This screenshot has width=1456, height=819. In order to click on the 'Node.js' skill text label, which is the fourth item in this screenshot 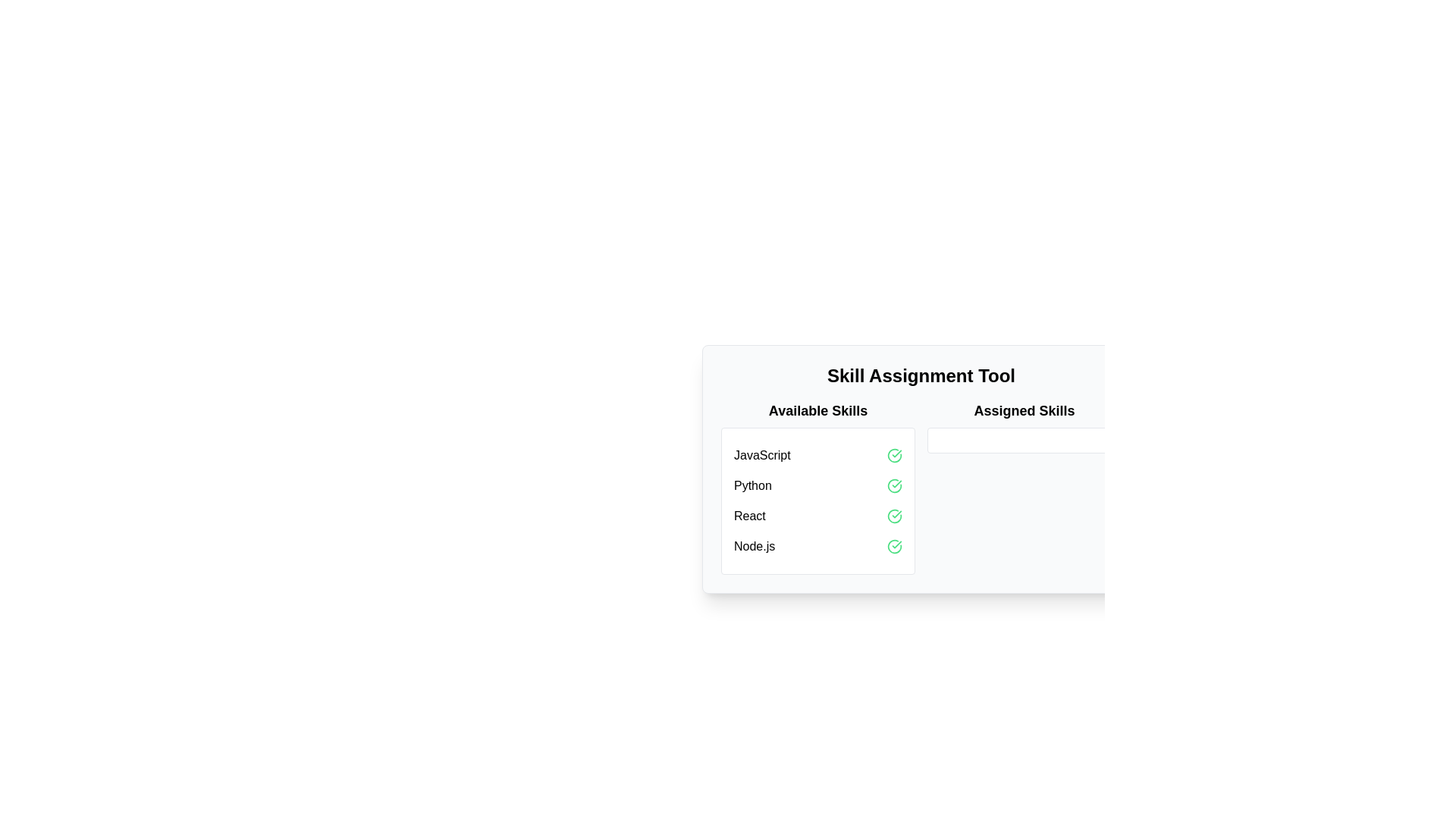, I will do `click(754, 547)`.